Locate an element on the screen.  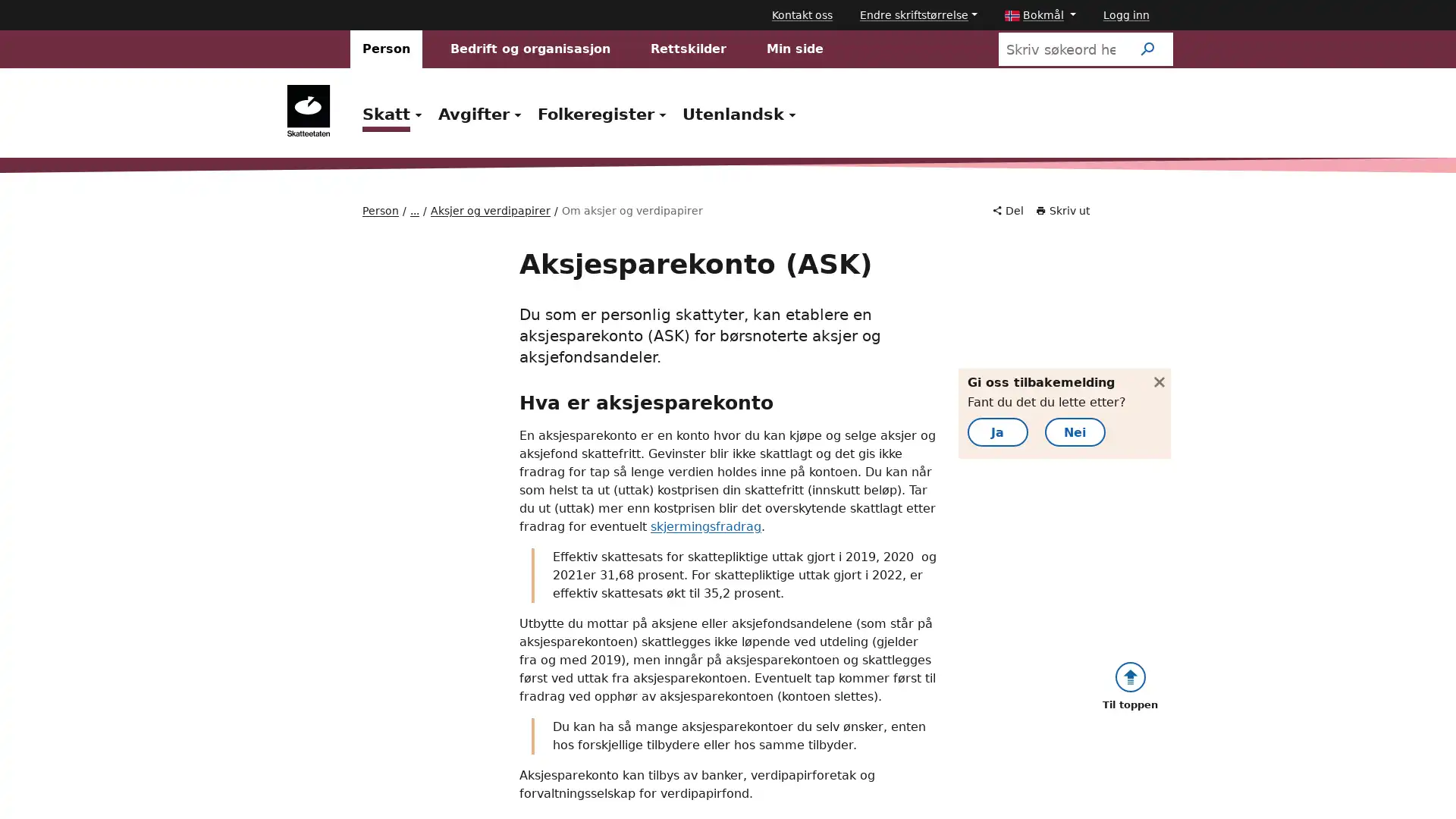
Lukk sprreboks is located at coordinates (1150, 376).